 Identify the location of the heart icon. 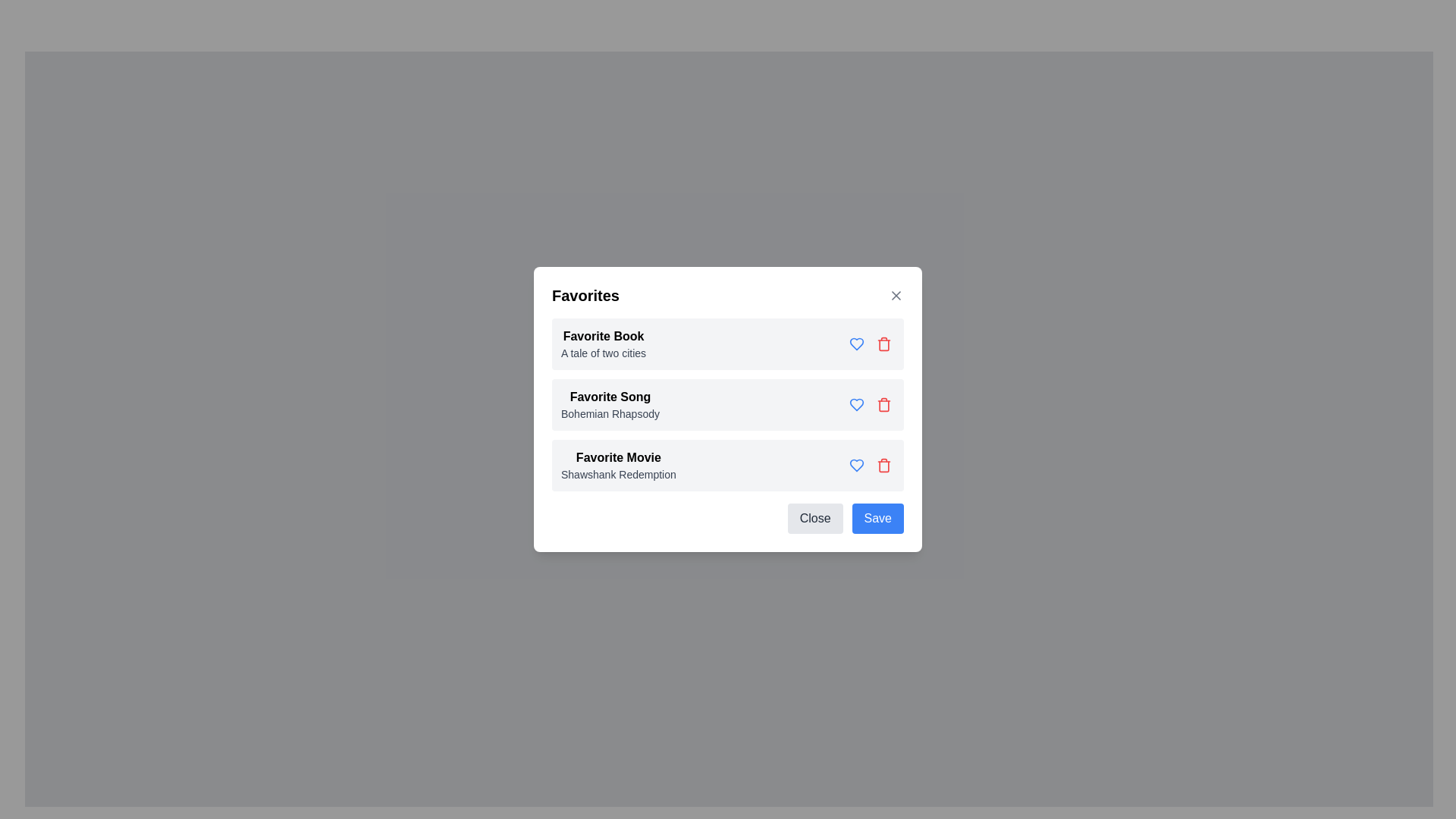
(856, 403).